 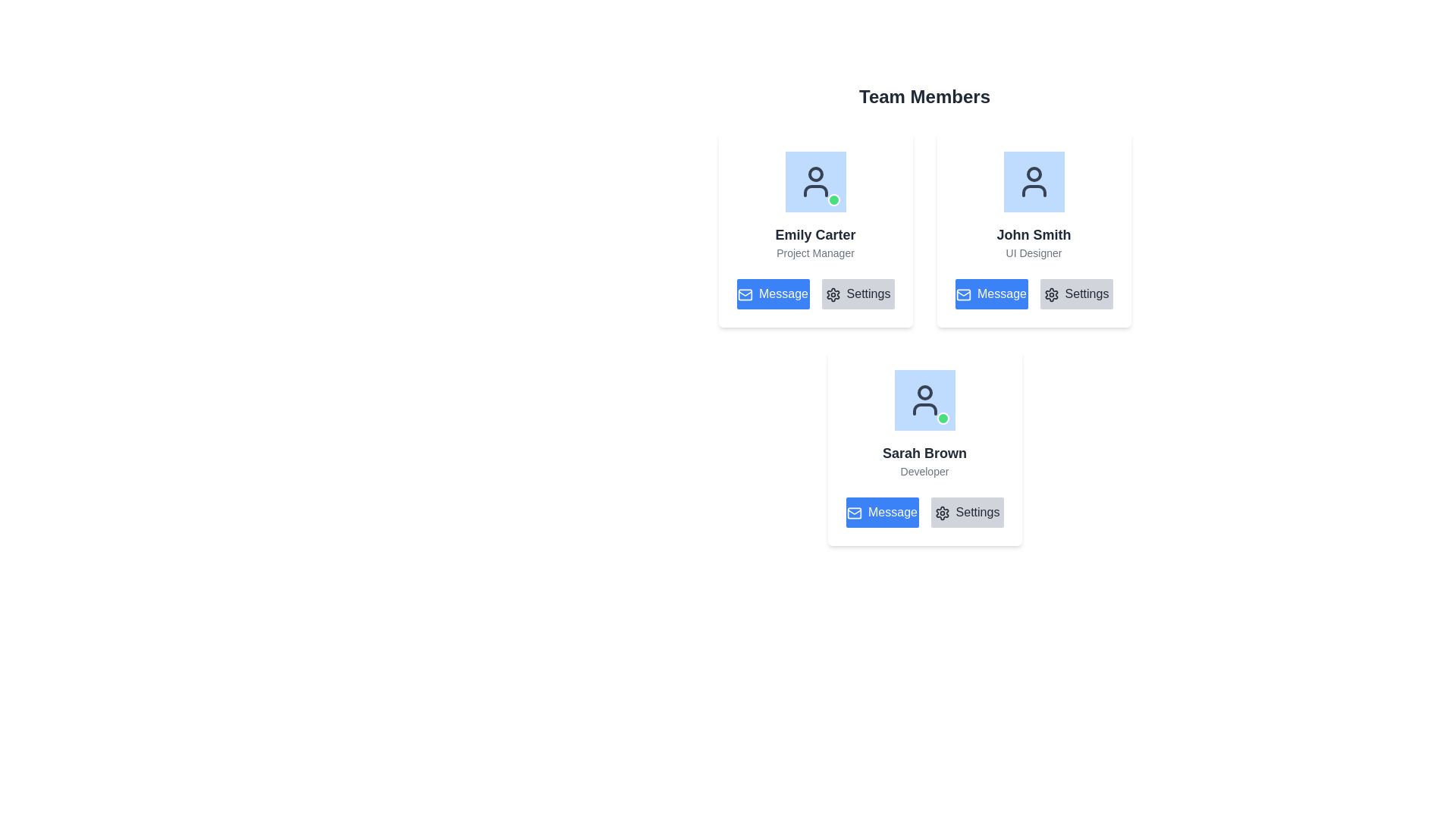 What do you see at coordinates (924, 400) in the screenshot?
I see `the profile image for 'Sarah Brown - Developer', which is located at the top of her profile card` at bounding box center [924, 400].